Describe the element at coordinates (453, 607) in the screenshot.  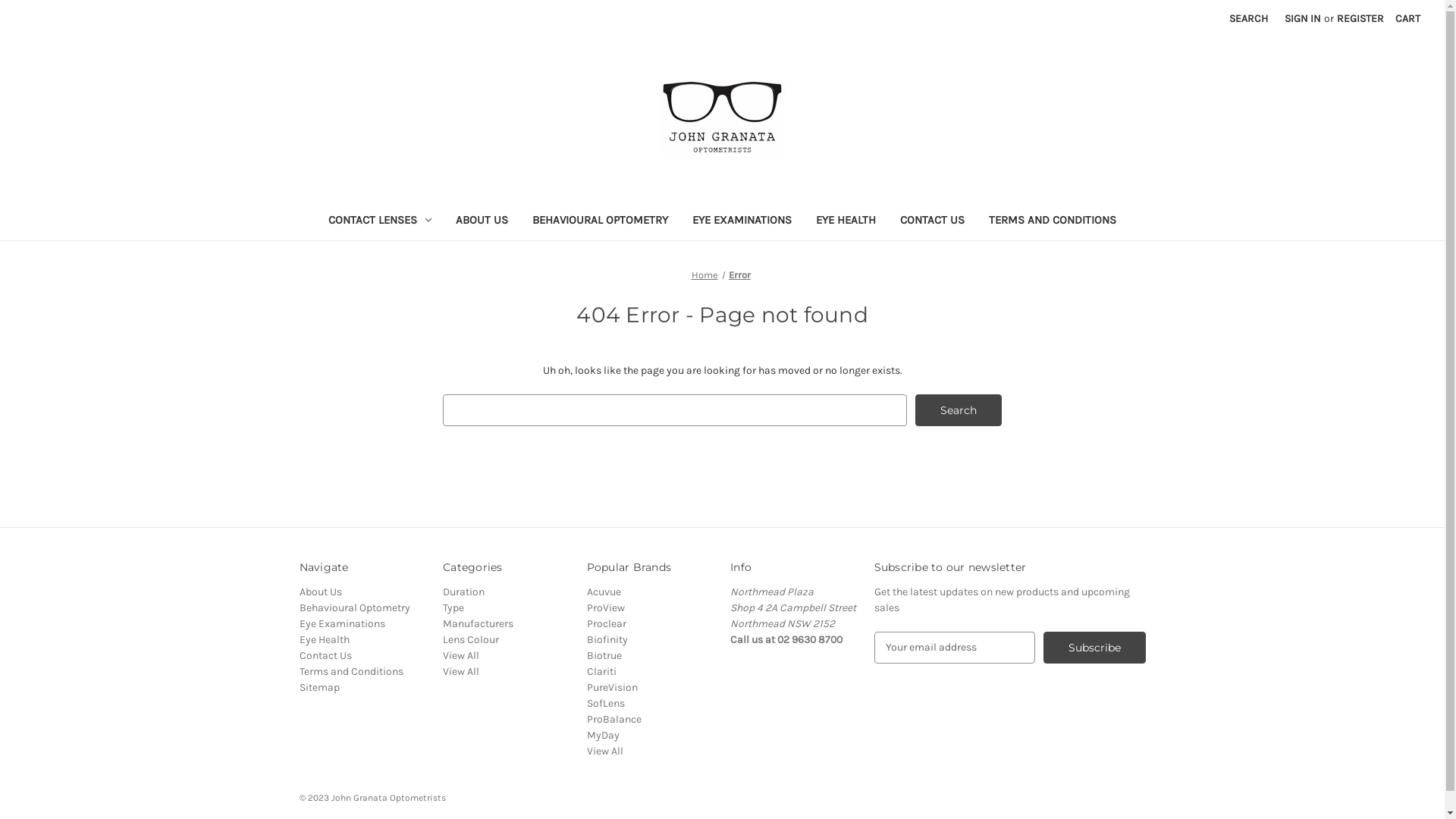
I see `'Type'` at that location.